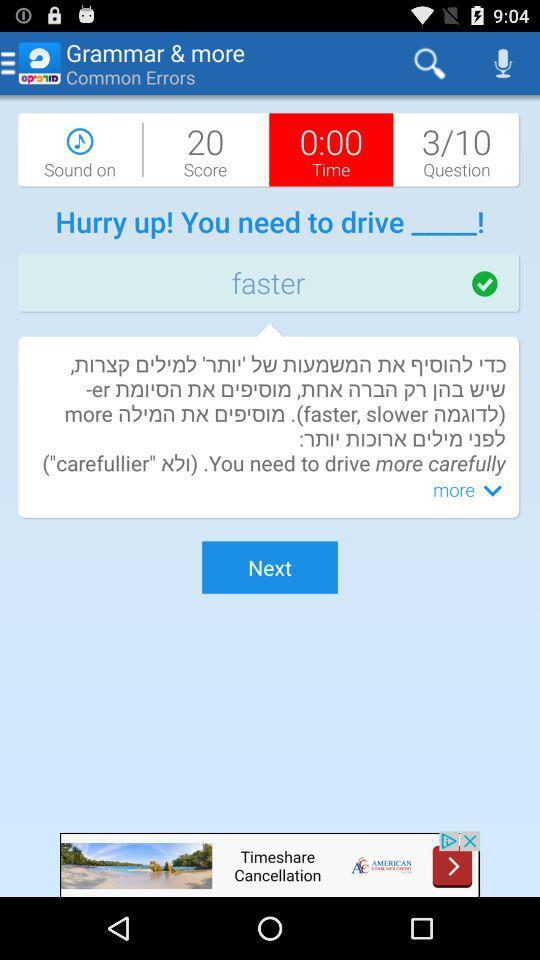 The width and height of the screenshot is (540, 960). What do you see at coordinates (270, 863) in the screenshot?
I see `the advertised website` at bounding box center [270, 863].